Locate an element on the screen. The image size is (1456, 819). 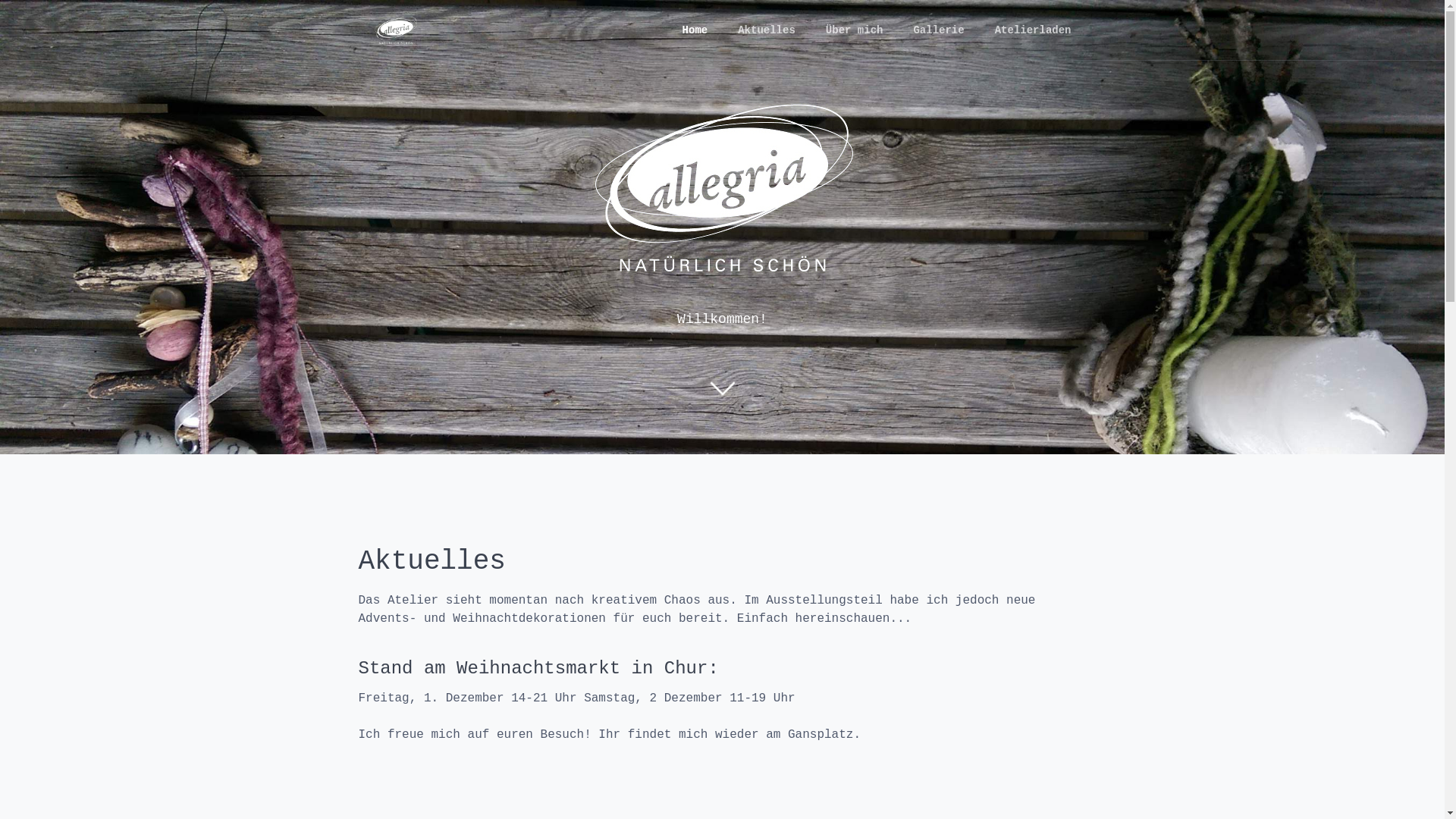
'Atelierladen' is located at coordinates (1032, 30).